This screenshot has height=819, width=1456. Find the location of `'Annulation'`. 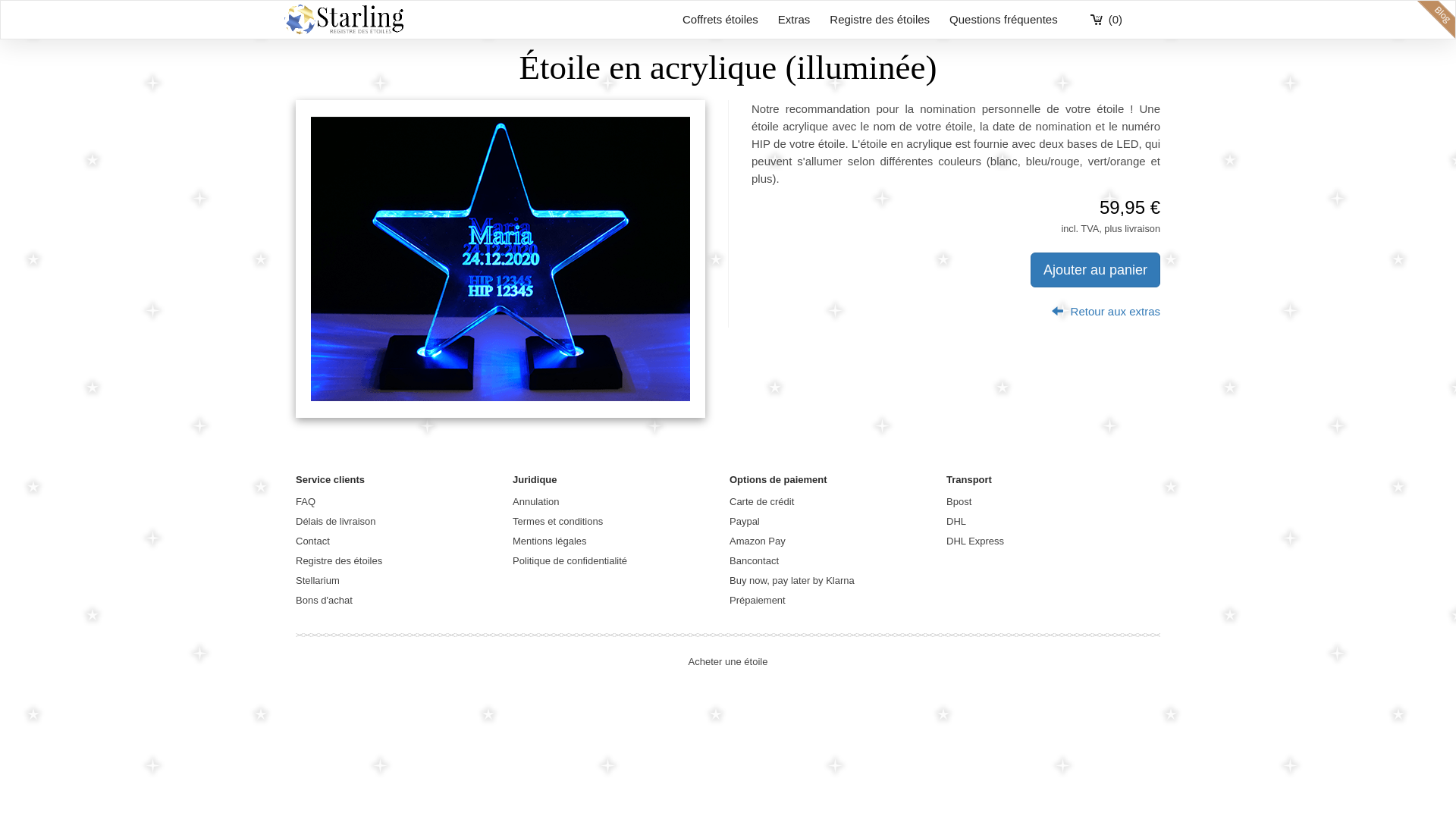

'Annulation' is located at coordinates (535, 501).